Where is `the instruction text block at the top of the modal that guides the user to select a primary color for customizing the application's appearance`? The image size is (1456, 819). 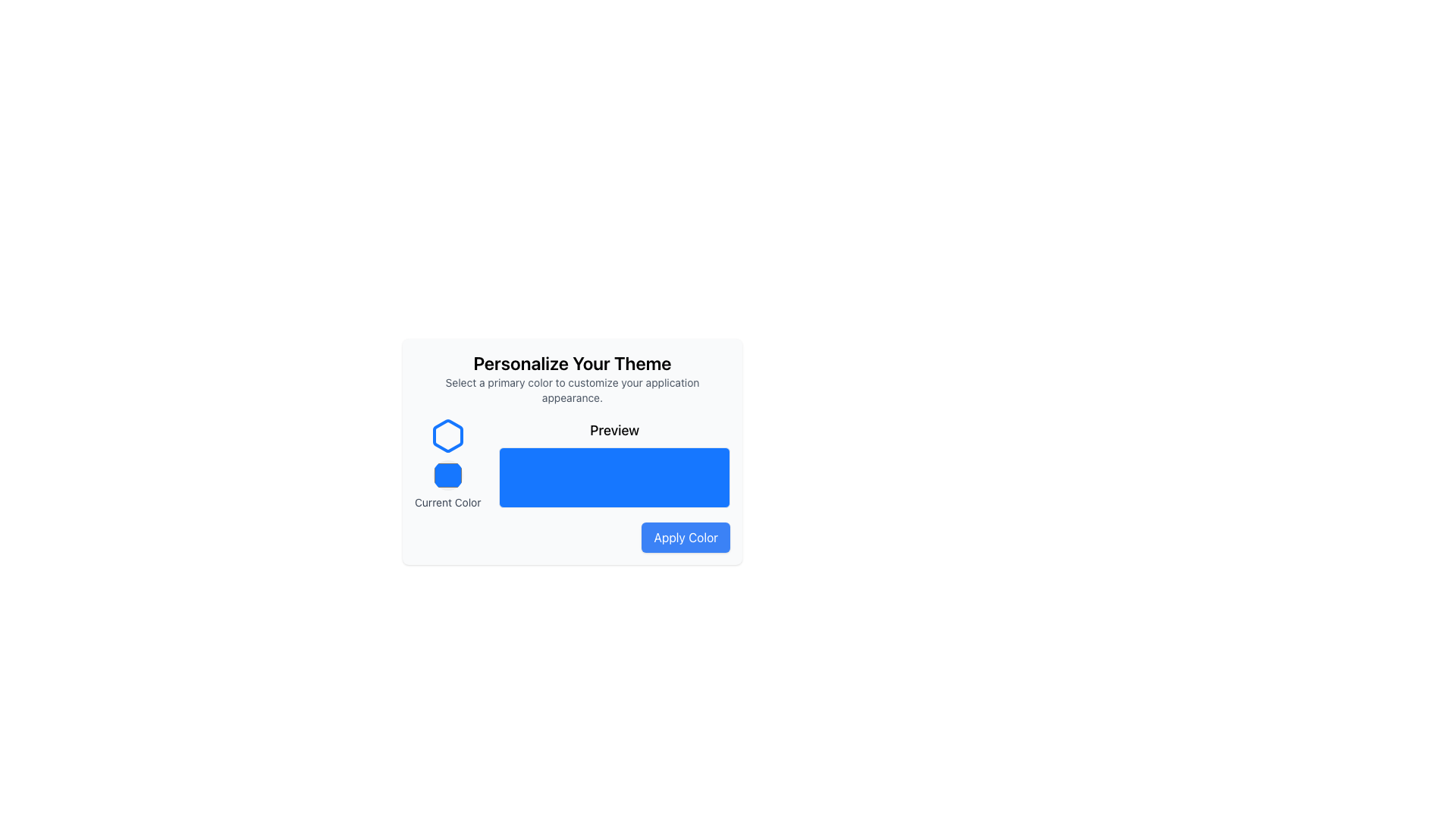
the instruction text block at the top of the modal that guides the user to select a primary color for customizing the application's appearance is located at coordinates (571, 377).